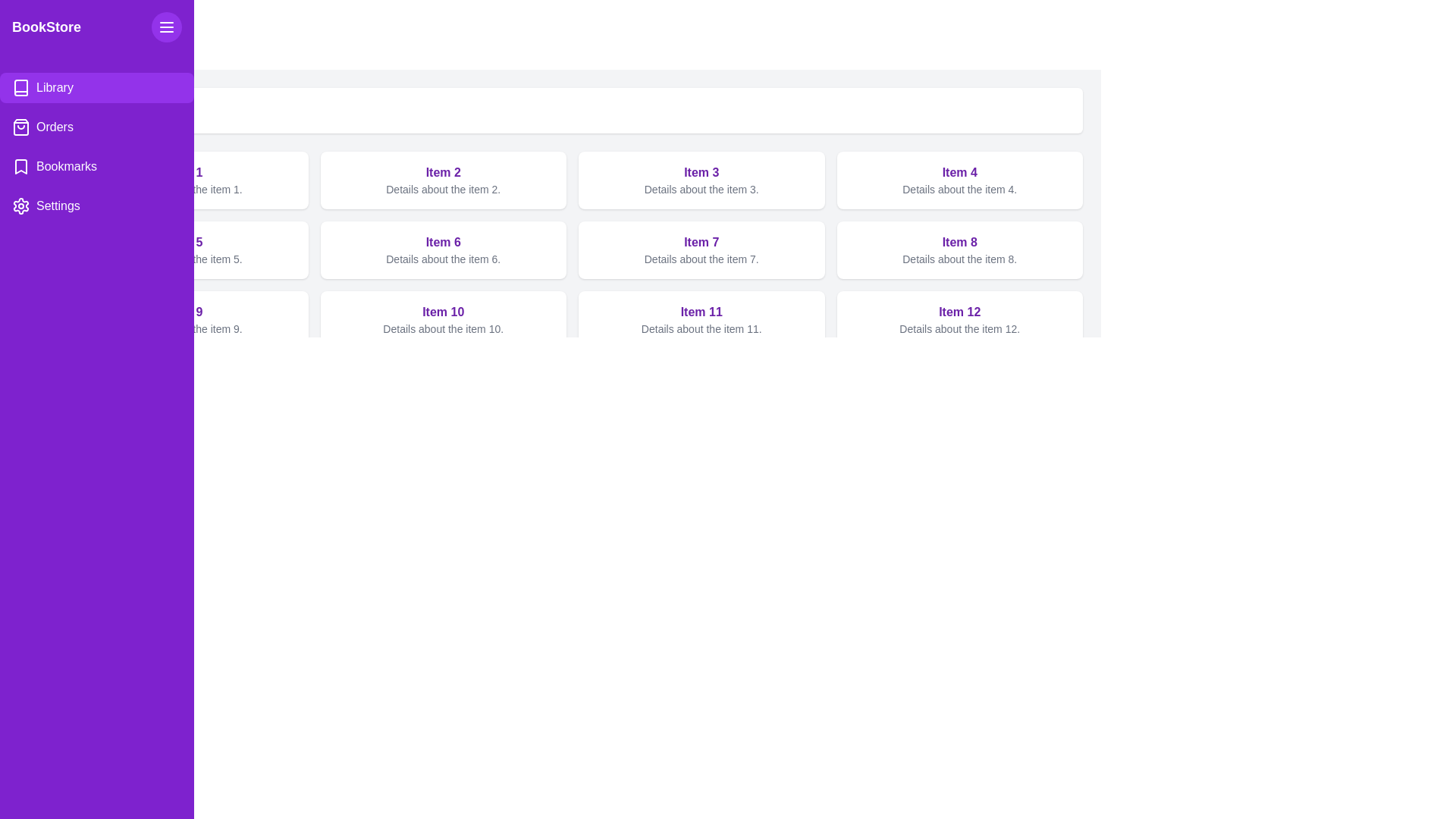 The image size is (1456, 819). What do you see at coordinates (959, 312) in the screenshot?
I see `the text label displaying 'Item 12' in bold purple font, located at the top of a white card within a grid layout` at bounding box center [959, 312].